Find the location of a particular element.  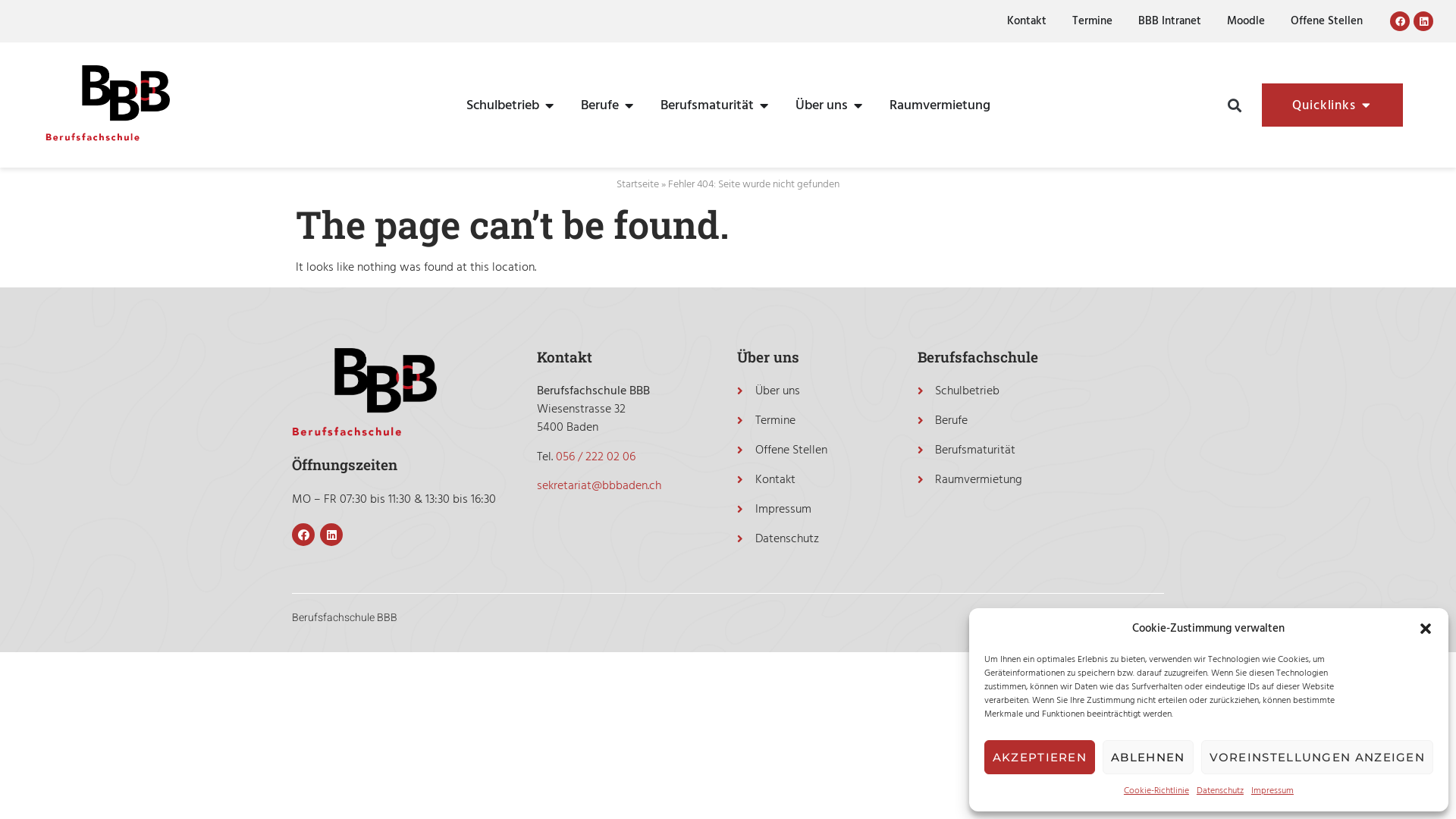

'Raumvermietung' is located at coordinates (1040, 479).